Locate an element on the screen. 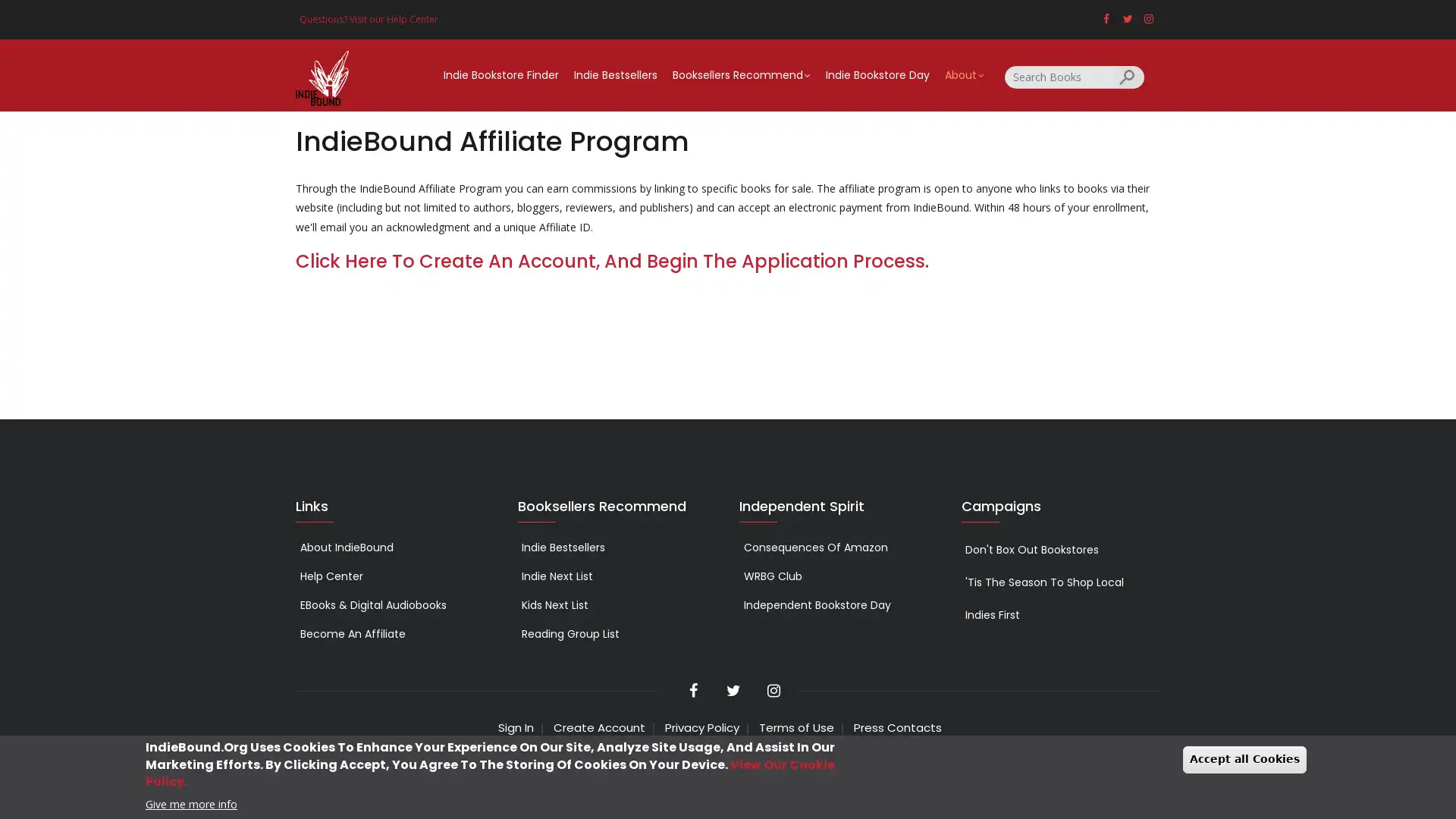 The image size is (1456, 819). Search is located at coordinates (1128, 76).